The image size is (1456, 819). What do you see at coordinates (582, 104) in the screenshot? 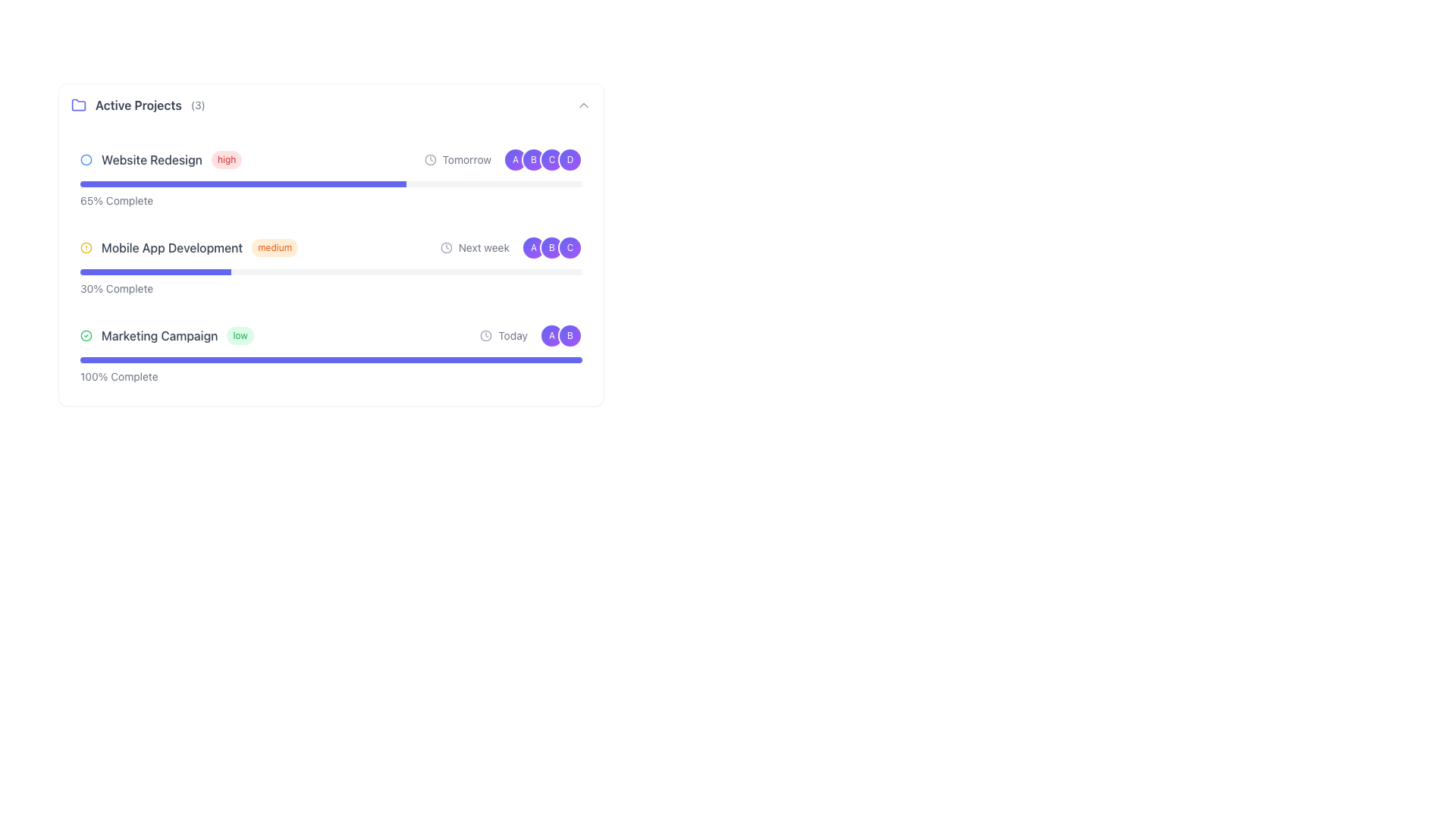
I see `the toggle icon located at the far right of the 'Active Projects (3)' section` at bounding box center [582, 104].